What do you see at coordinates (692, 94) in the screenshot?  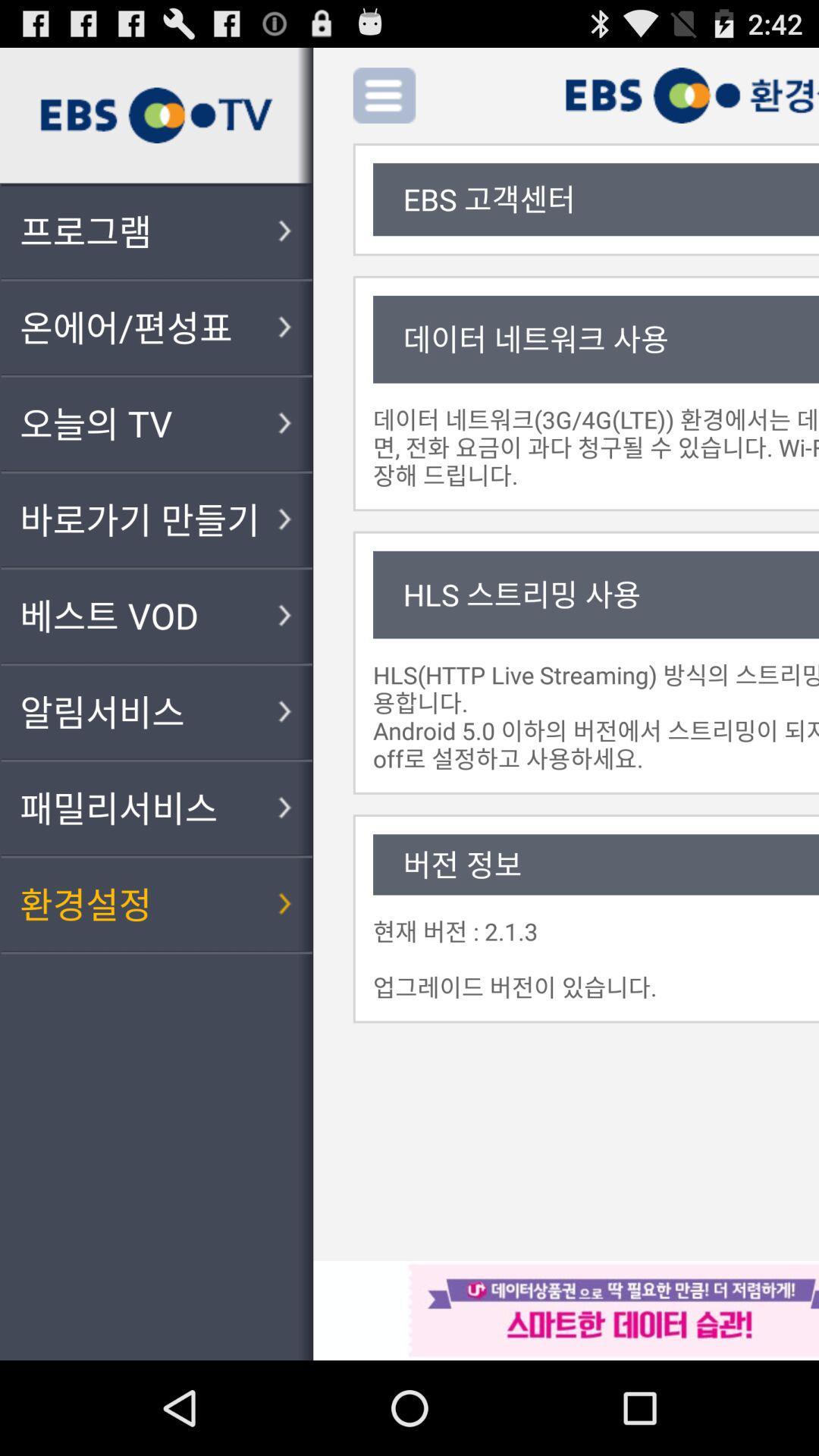 I see `the right top logo under the notification bar` at bounding box center [692, 94].